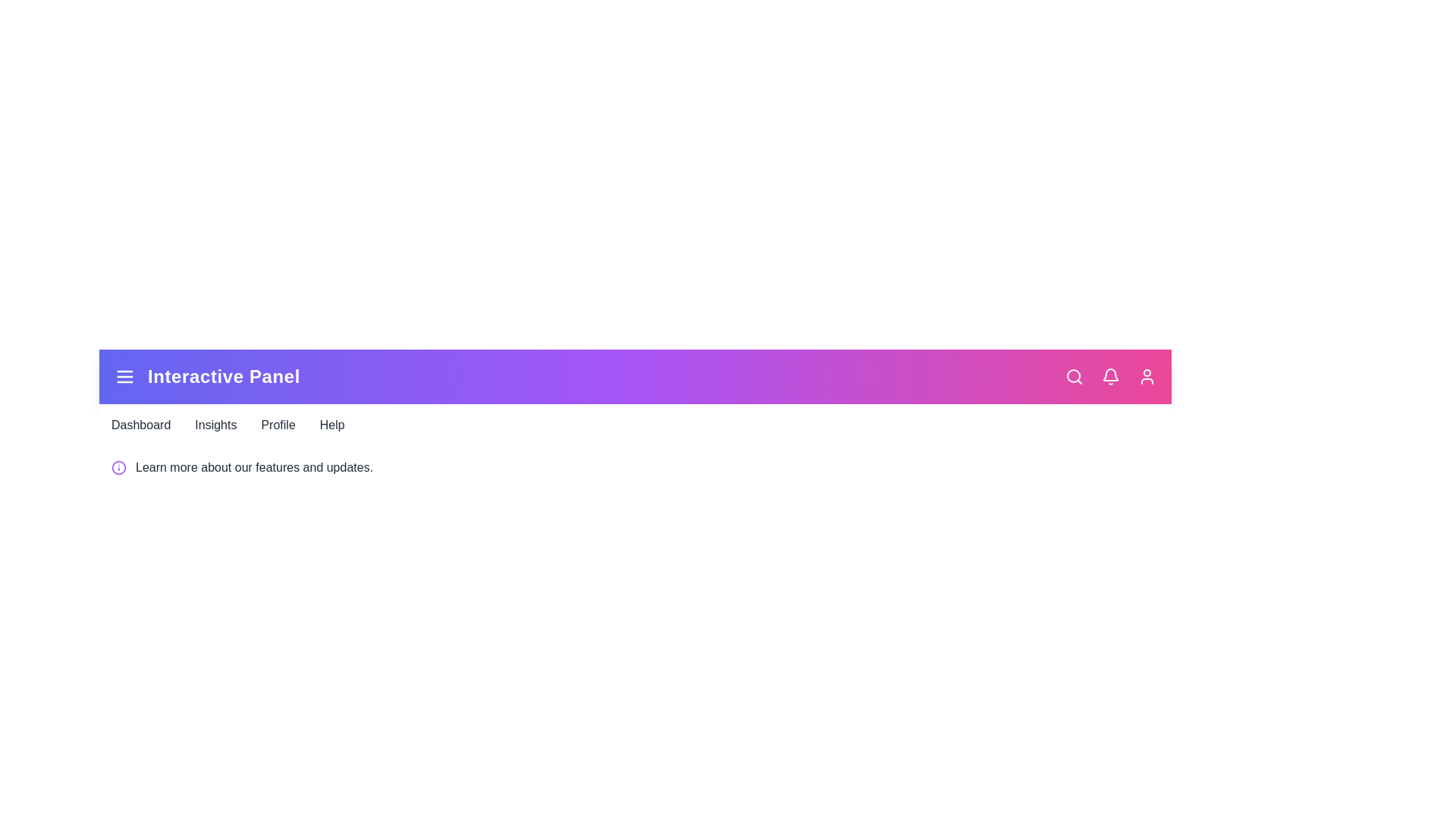 Image resolution: width=1456 pixels, height=819 pixels. I want to click on the navigation link labeled Insights, so click(215, 425).